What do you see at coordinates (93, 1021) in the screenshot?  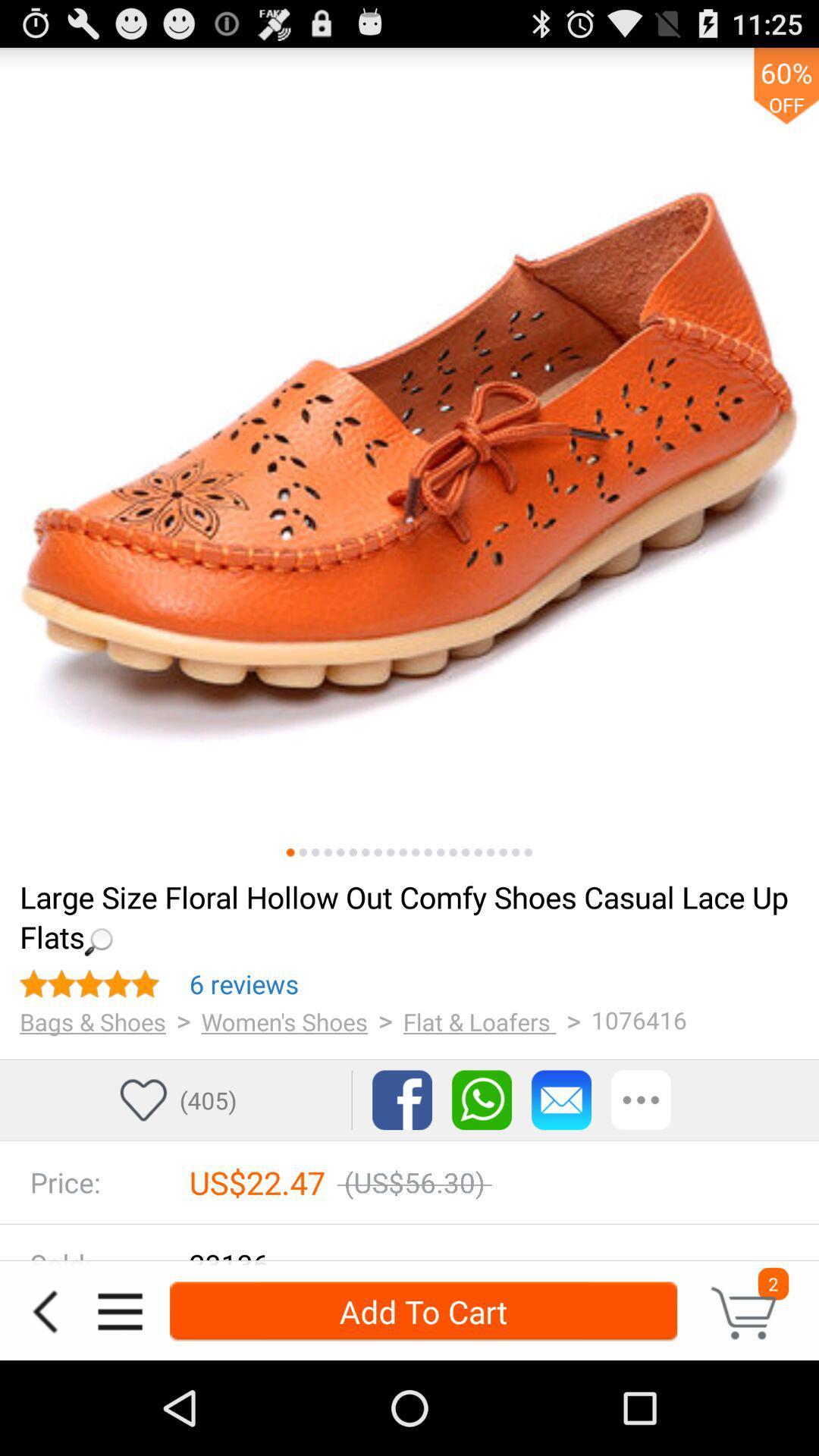 I see `the bags & shoes icon` at bounding box center [93, 1021].